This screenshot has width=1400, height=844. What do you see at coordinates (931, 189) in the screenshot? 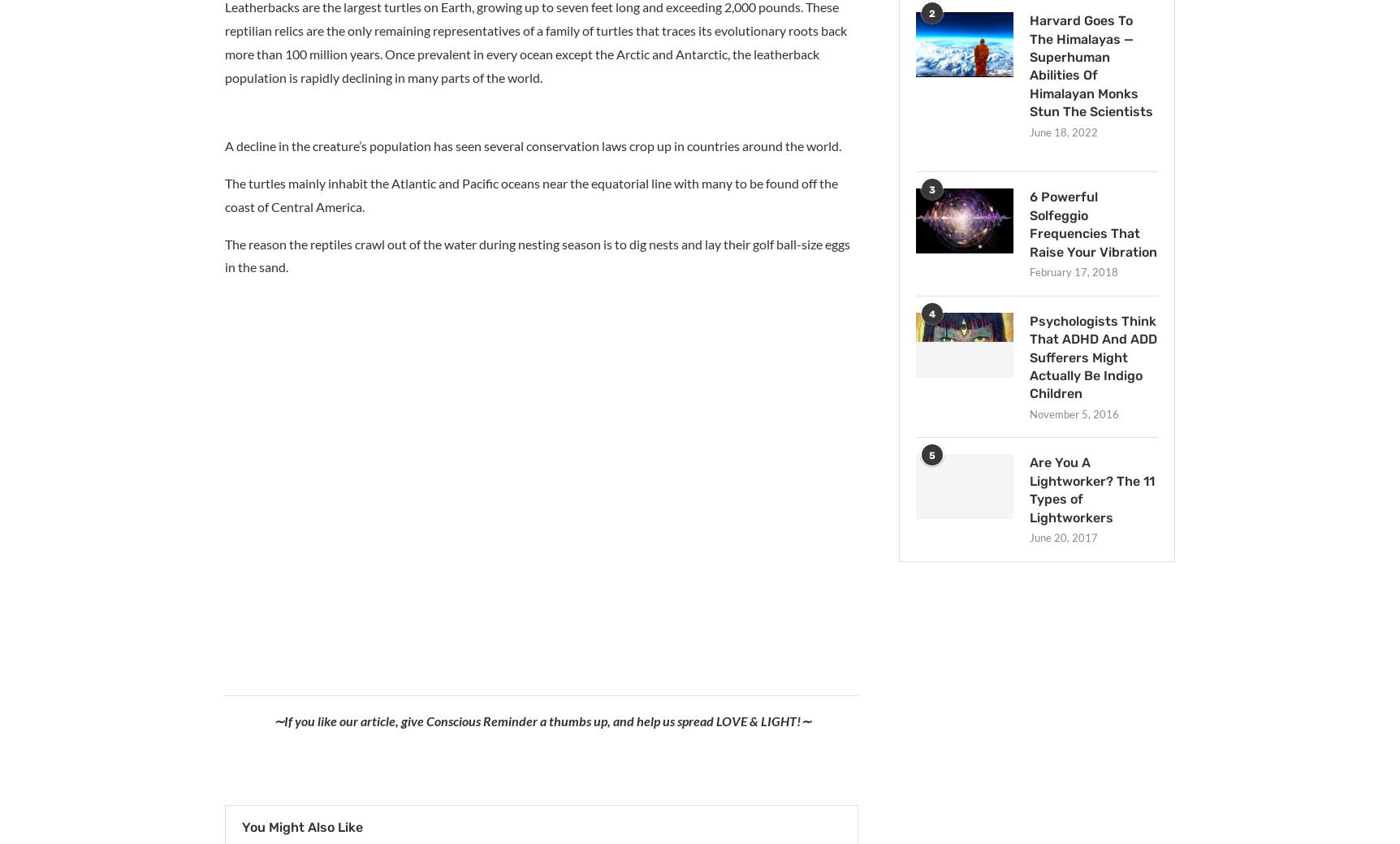
I see `'3'` at bounding box center [931, 189].